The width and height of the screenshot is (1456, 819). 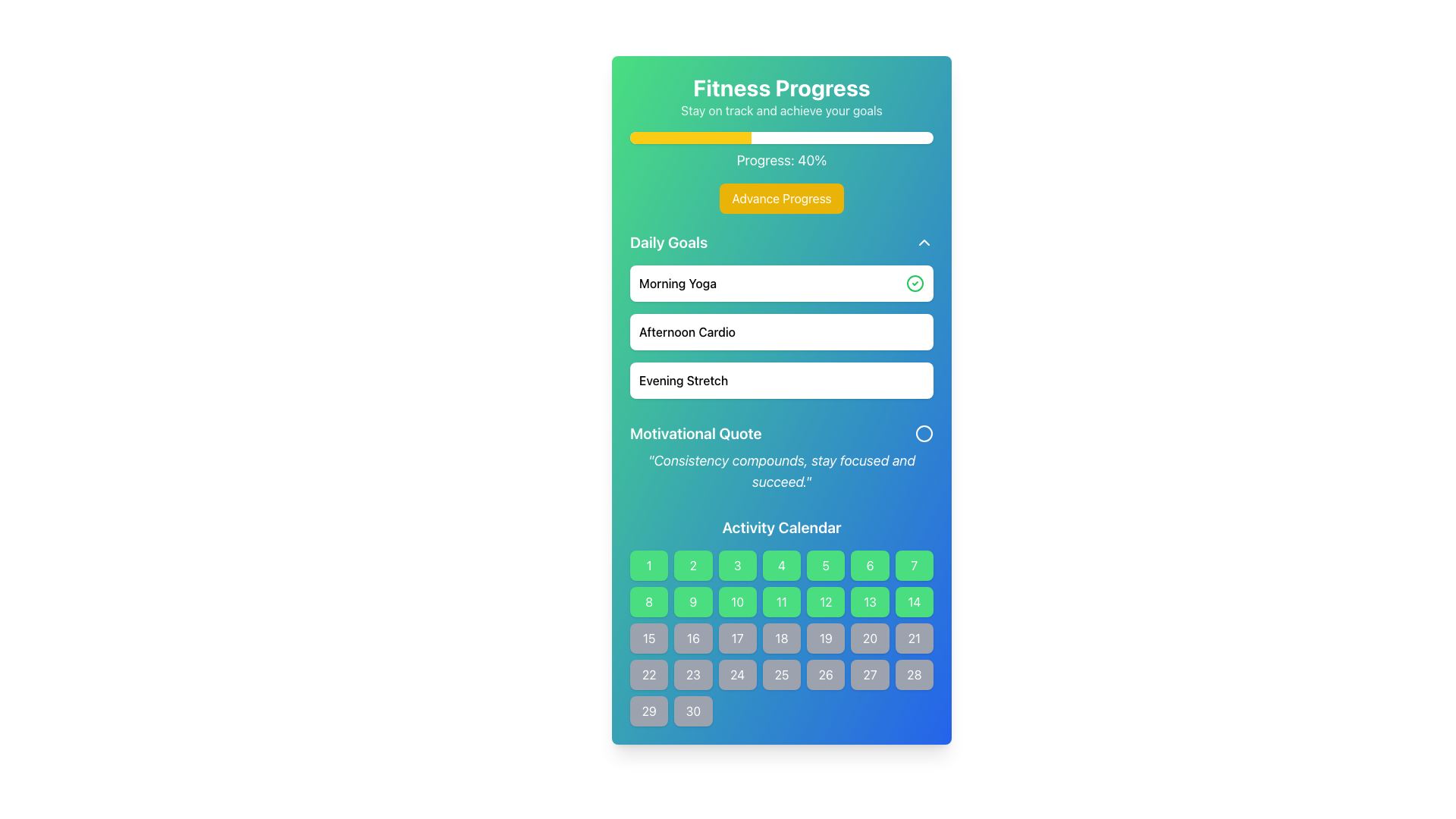 What do you see at coordinates (782, 601) in the screenshot?
I see `the Interactive calendar cell displaying the number '11', which is a green rounded rectangle in the Activity Calendar grid` at bounding box center [782, 601].